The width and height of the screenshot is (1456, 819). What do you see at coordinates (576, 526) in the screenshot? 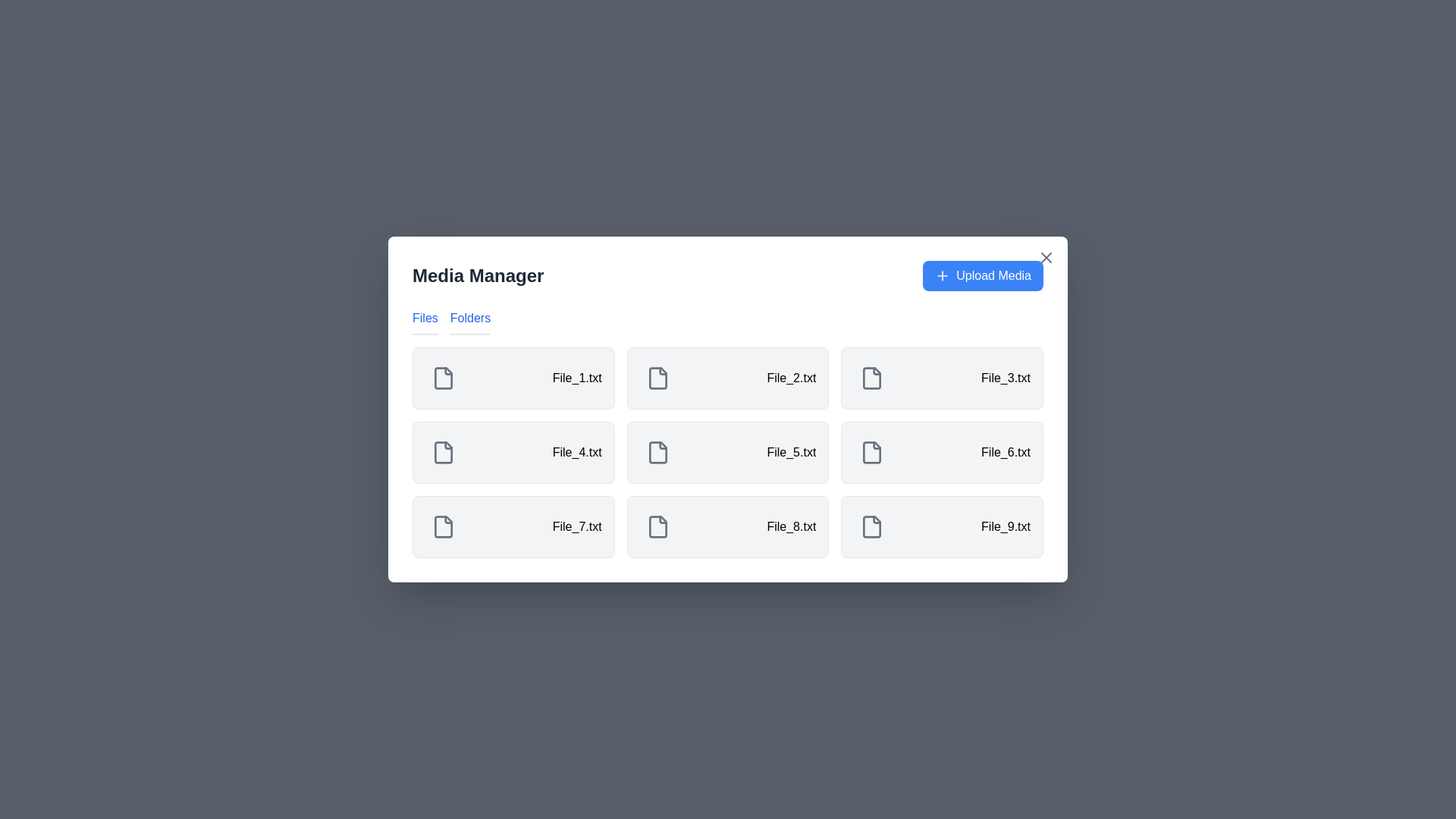
I see `the text label identifying the file 'File_7.txt' located in the third row, first column of the grid layout` at bounding box center [576, 526].